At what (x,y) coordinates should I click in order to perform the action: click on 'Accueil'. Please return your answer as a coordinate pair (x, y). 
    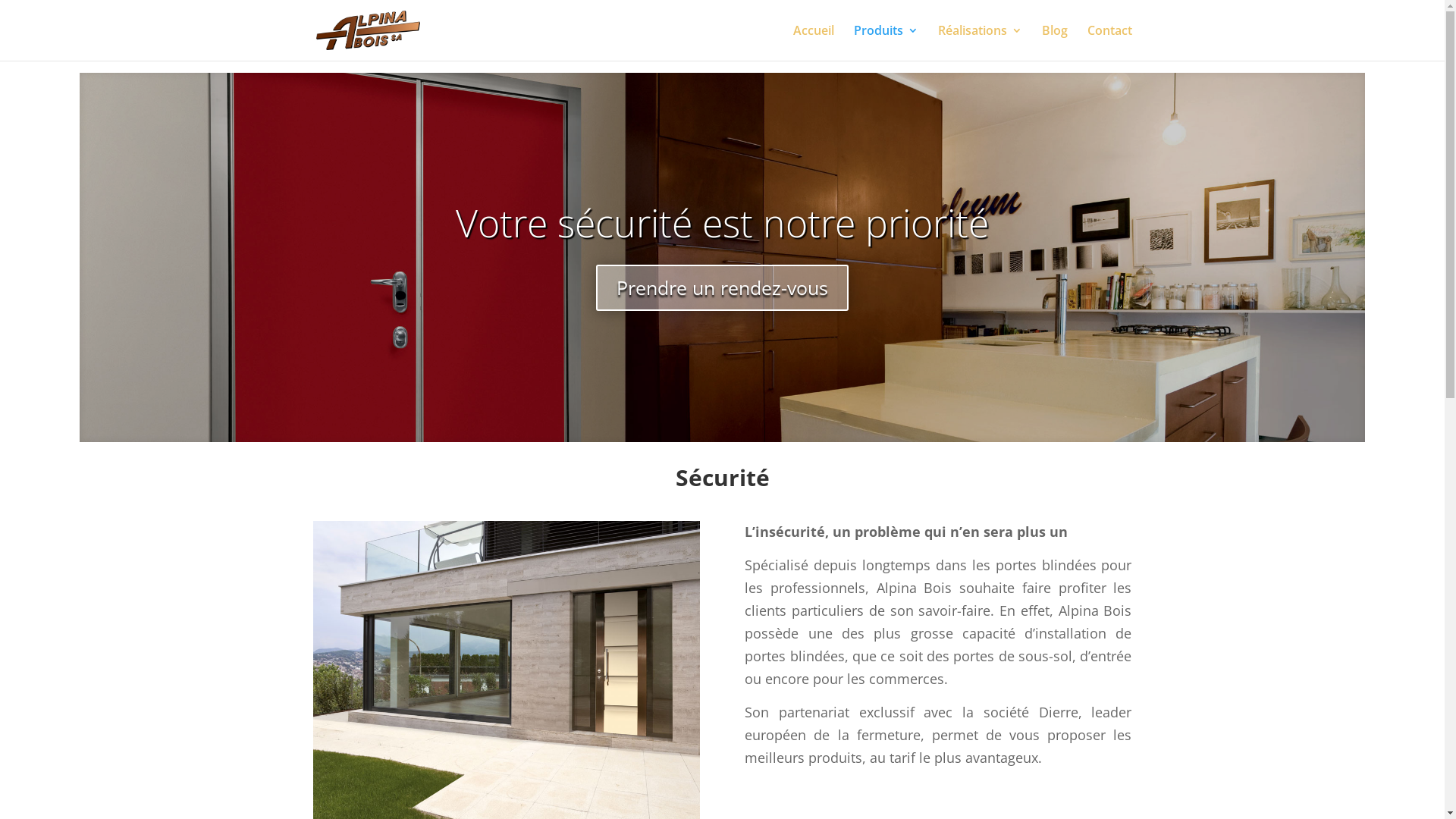
    Looking at the image, I should click on (813, 42).